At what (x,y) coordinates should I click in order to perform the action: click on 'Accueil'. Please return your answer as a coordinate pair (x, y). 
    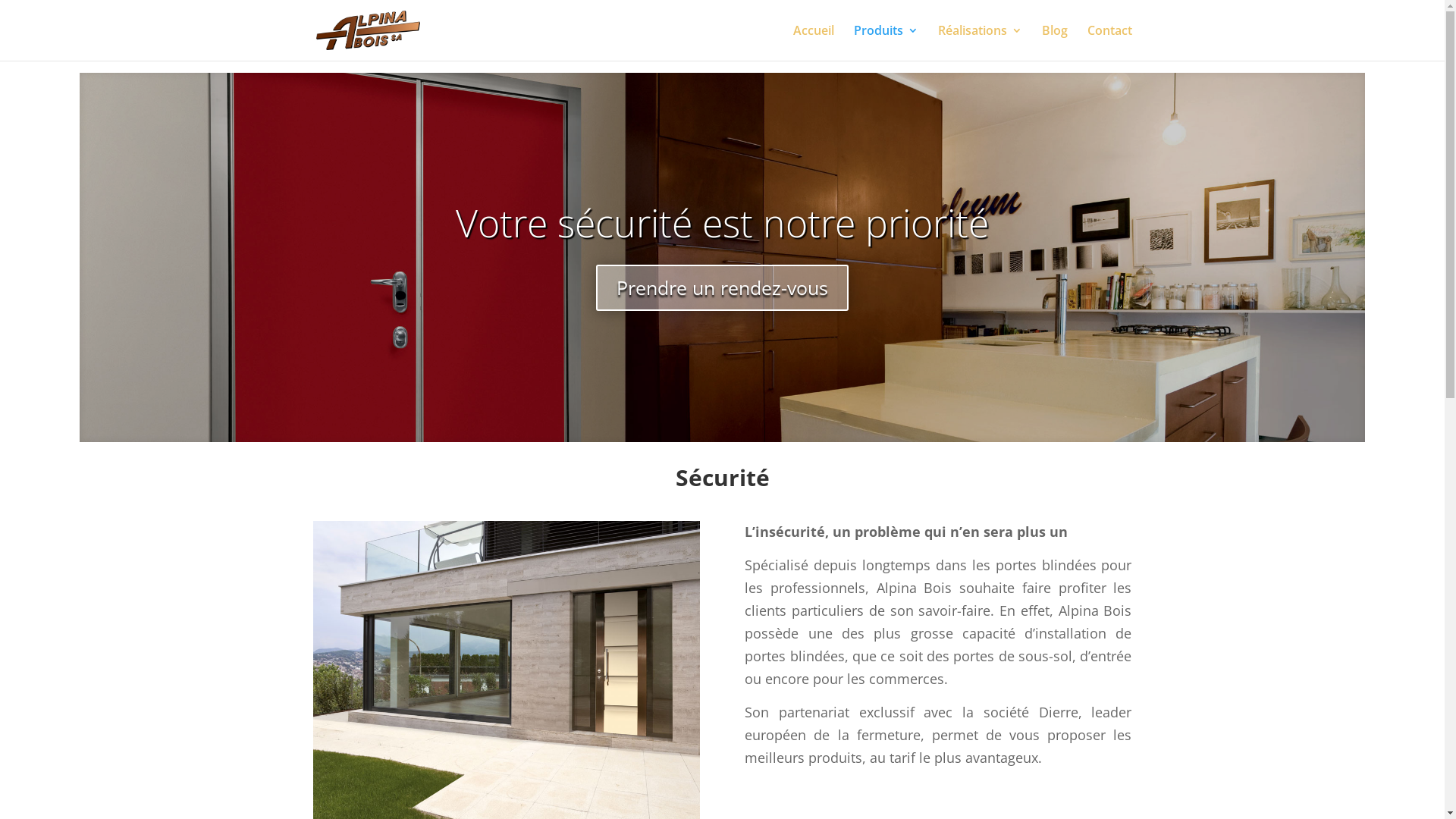
    Looking at the image, I should click on (813, 42).